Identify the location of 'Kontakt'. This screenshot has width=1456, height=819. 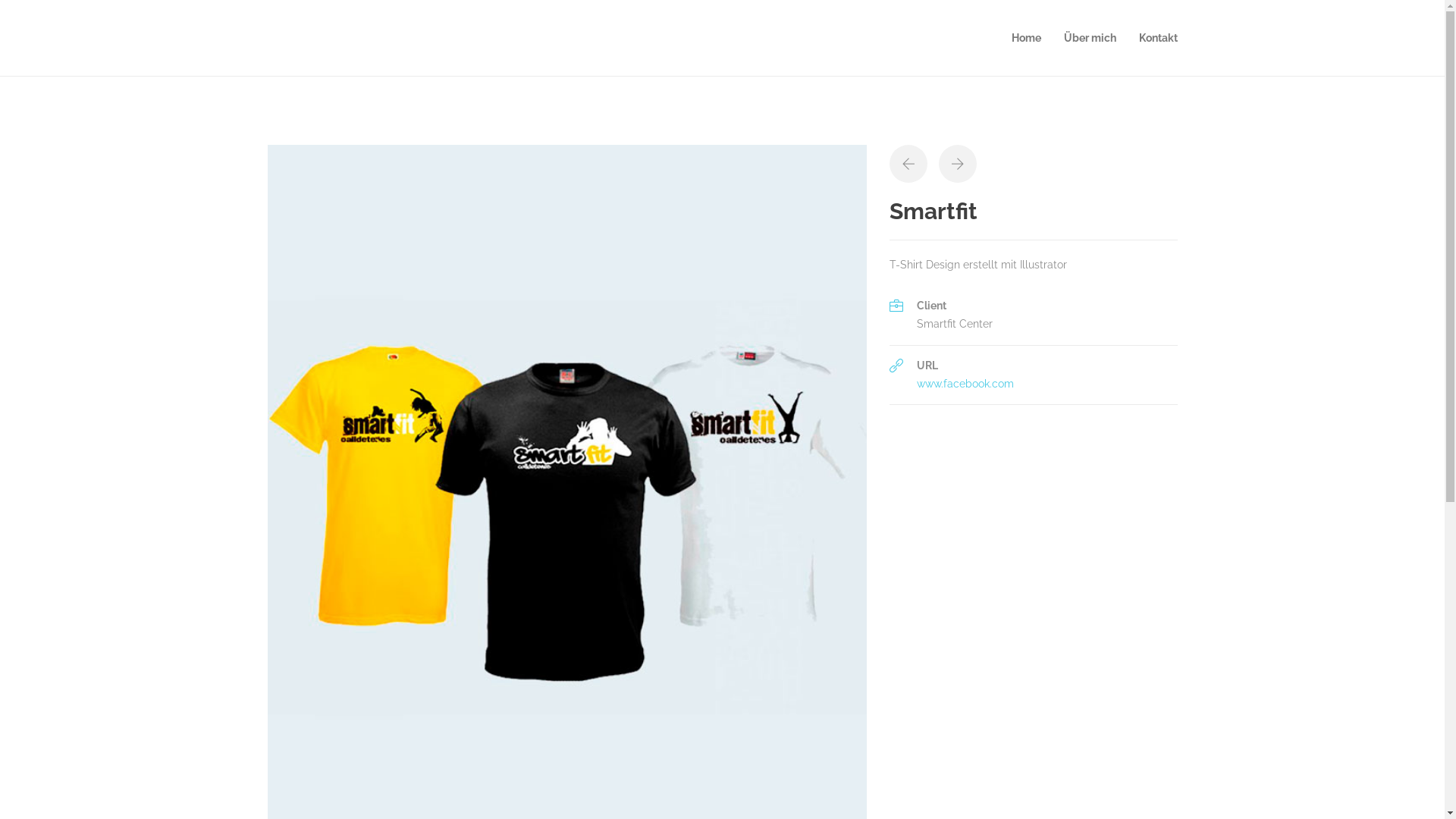
(1157, 37).